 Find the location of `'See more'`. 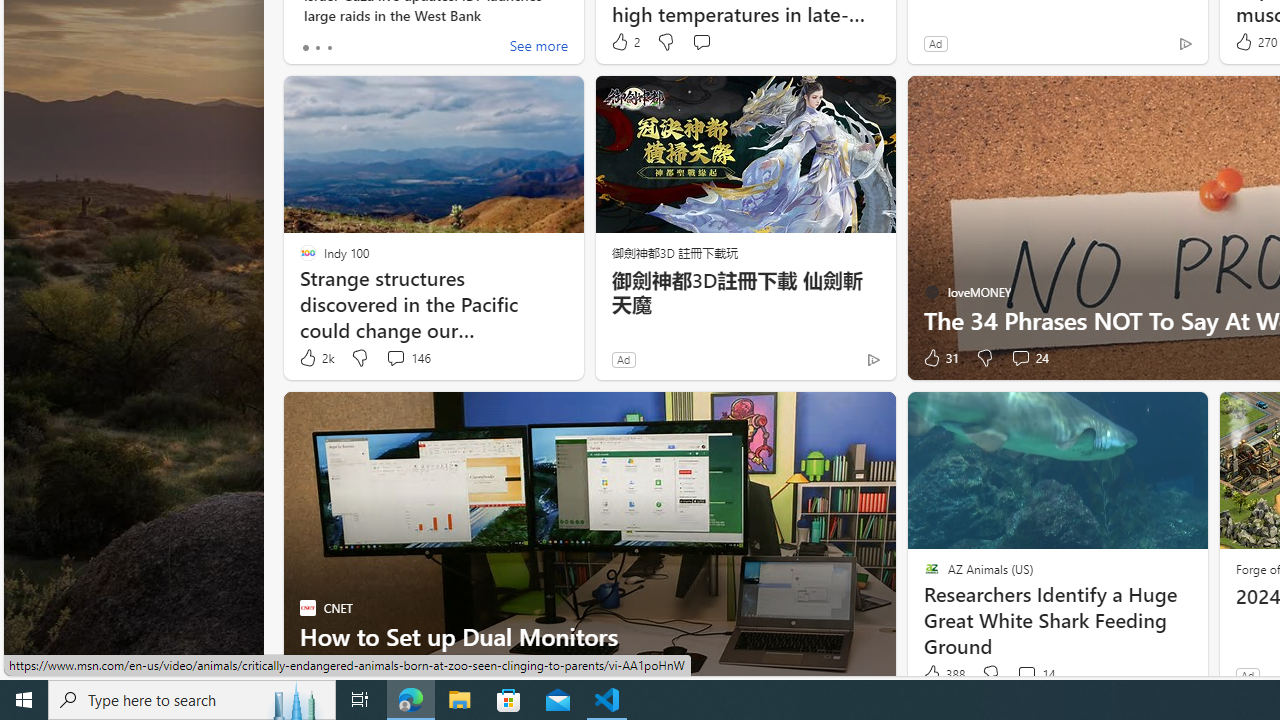

'See more' is located at coordinates (538, 46).